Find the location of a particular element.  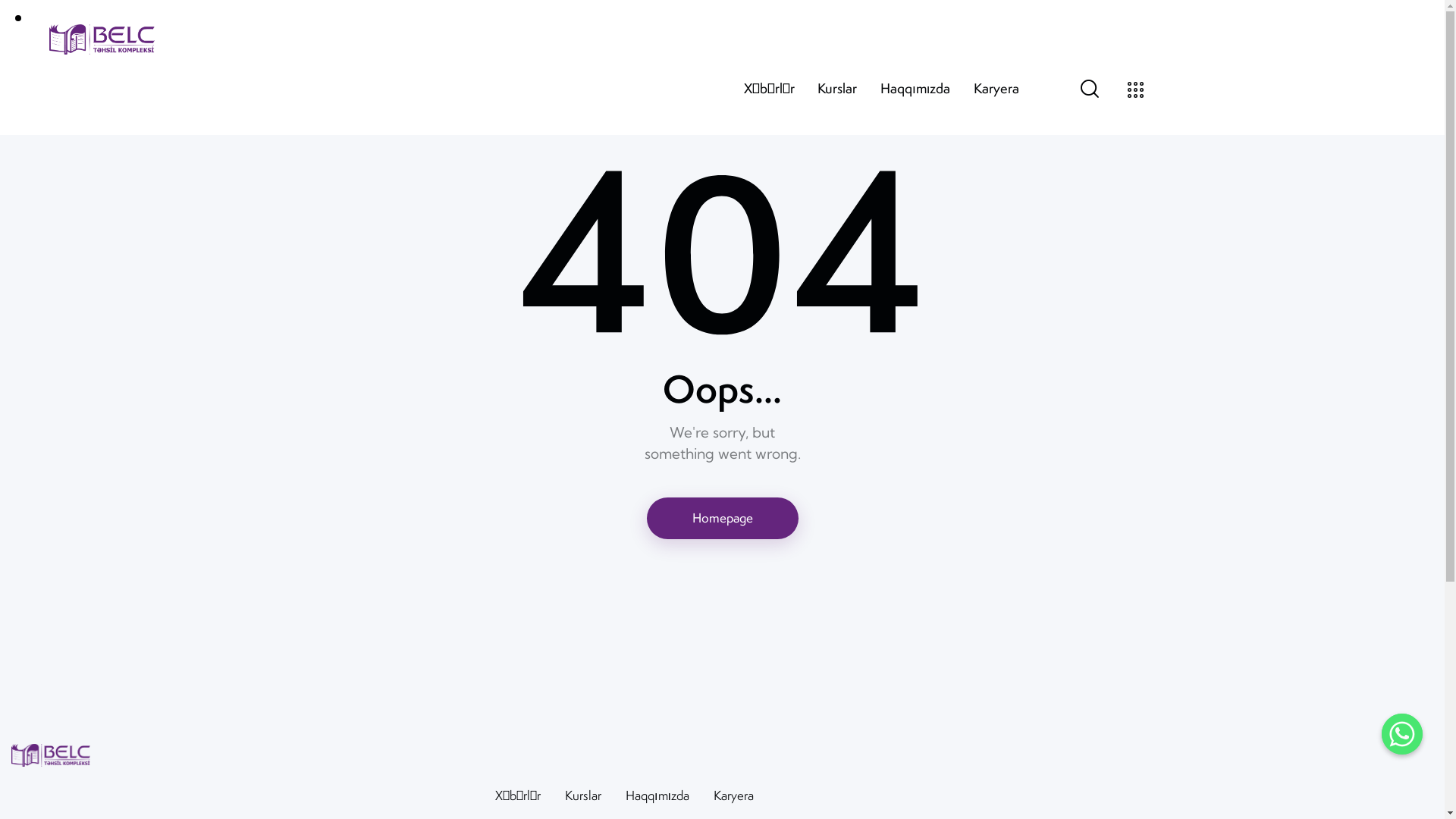

'Kurslar' is located at coordinates (836, 88).